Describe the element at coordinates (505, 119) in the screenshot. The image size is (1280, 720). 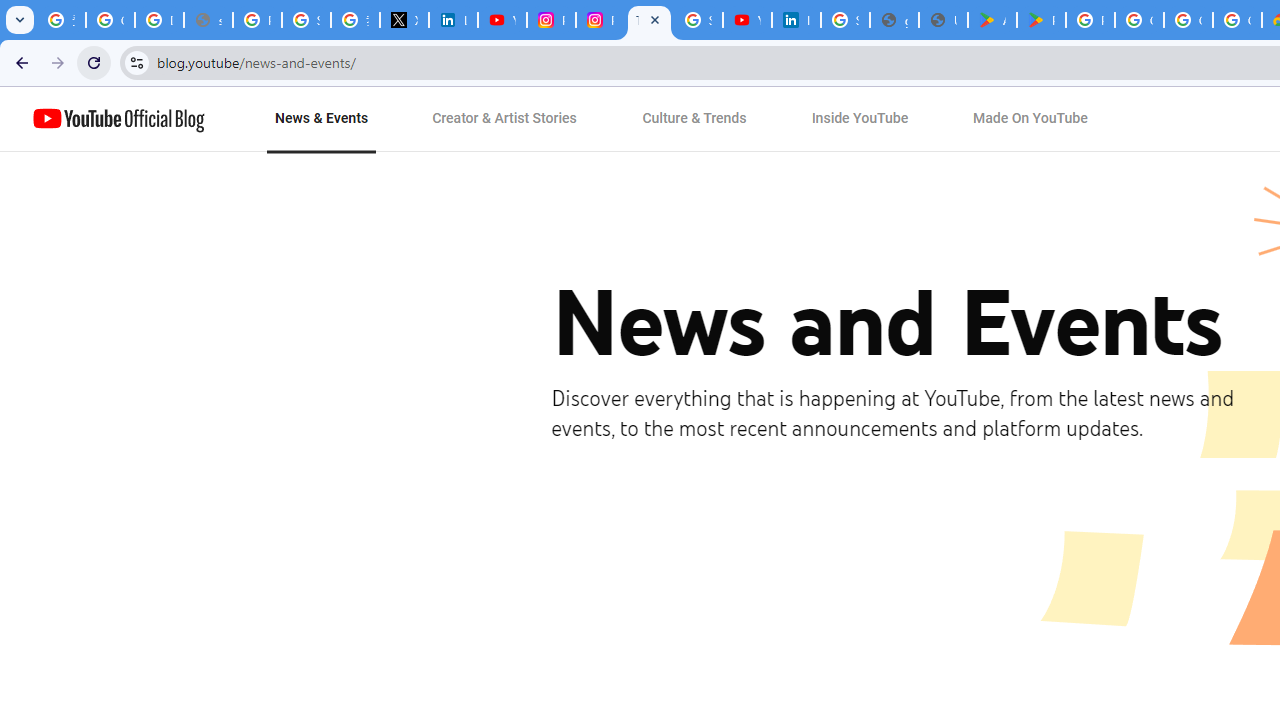
I see `'Creator & Artist Stories'` at that location.